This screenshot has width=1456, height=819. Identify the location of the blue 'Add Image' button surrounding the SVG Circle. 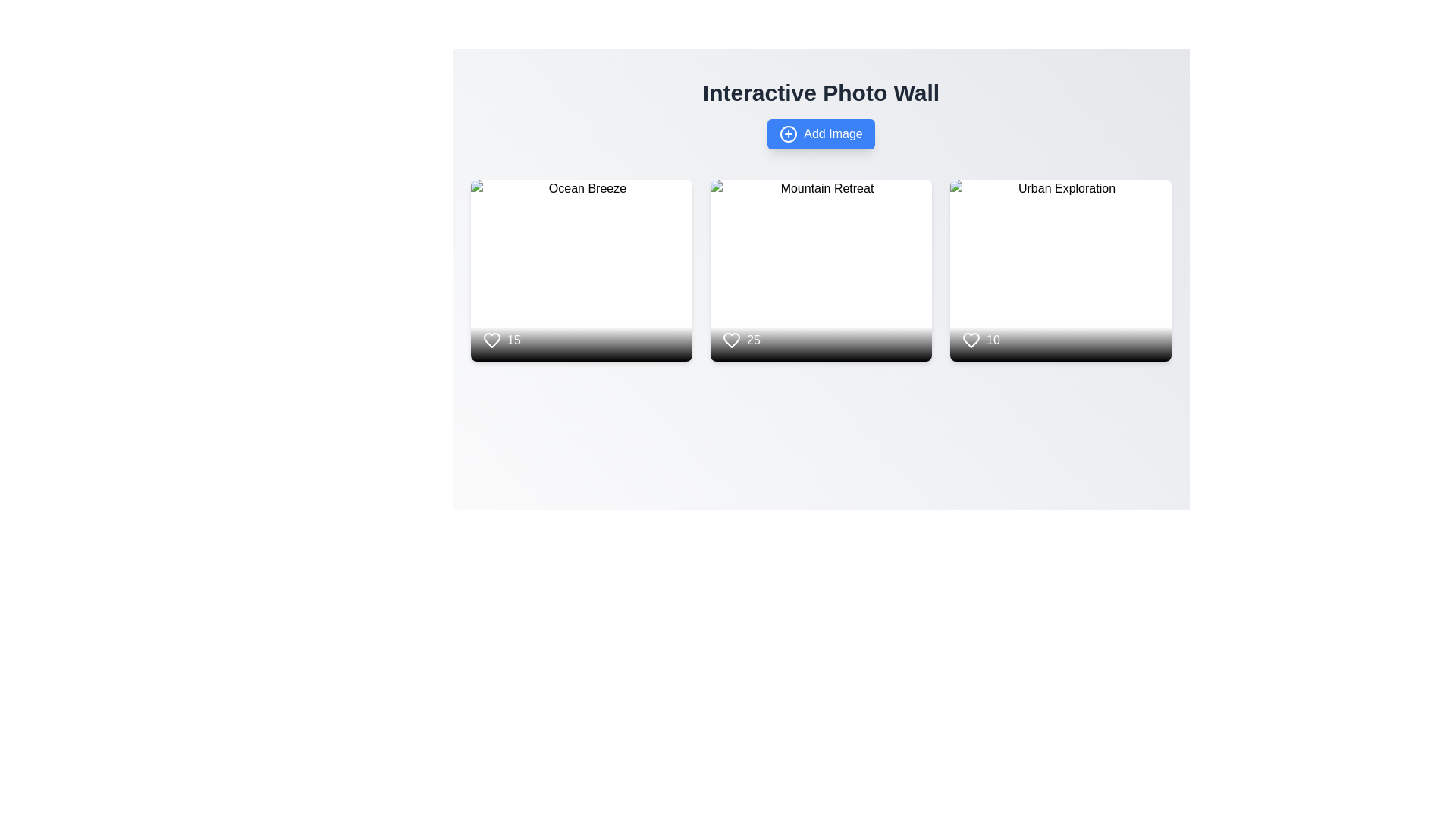
(789, 133).